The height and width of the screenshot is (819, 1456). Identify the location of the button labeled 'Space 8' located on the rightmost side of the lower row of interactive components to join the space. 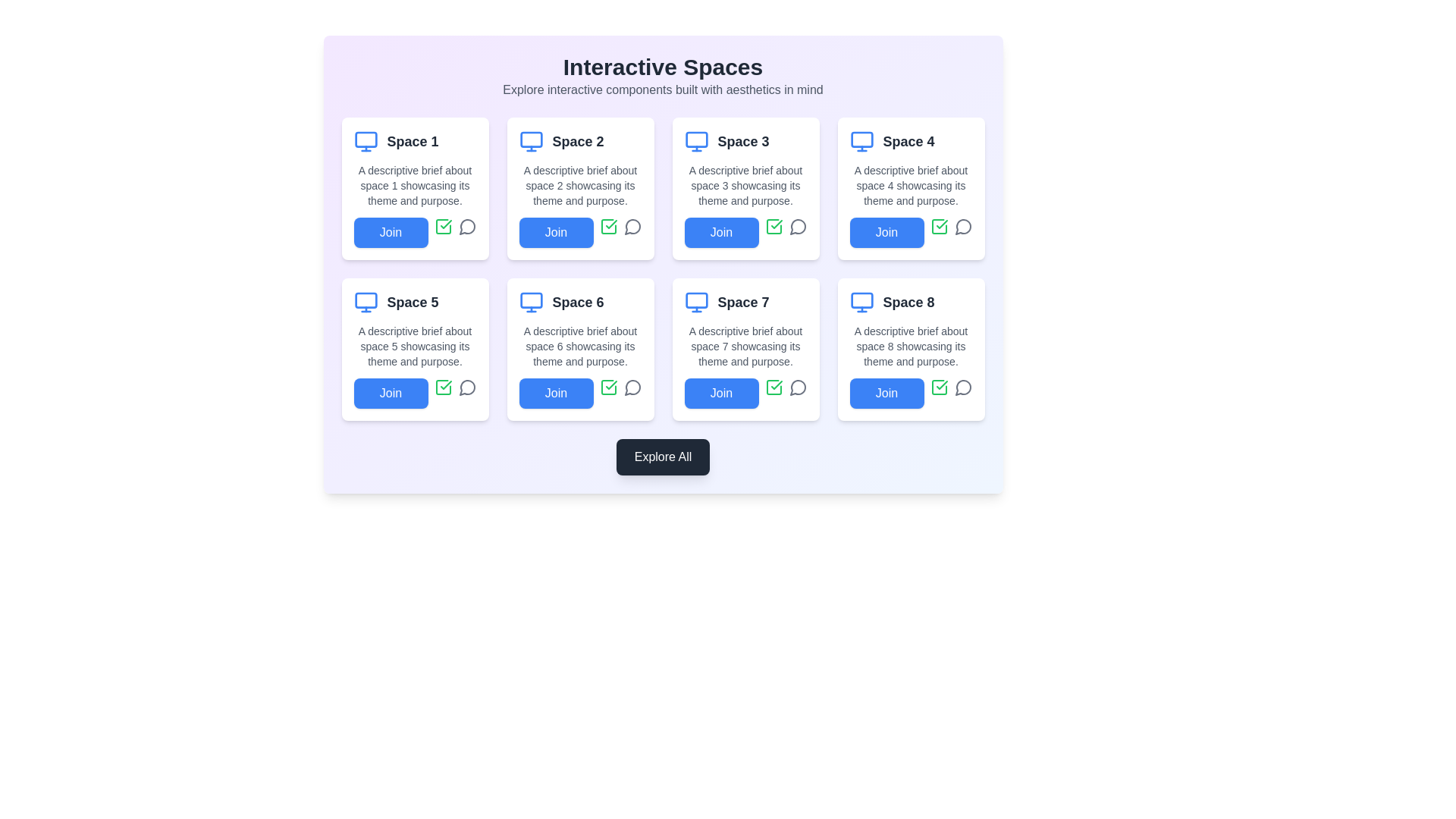
(910, 393).